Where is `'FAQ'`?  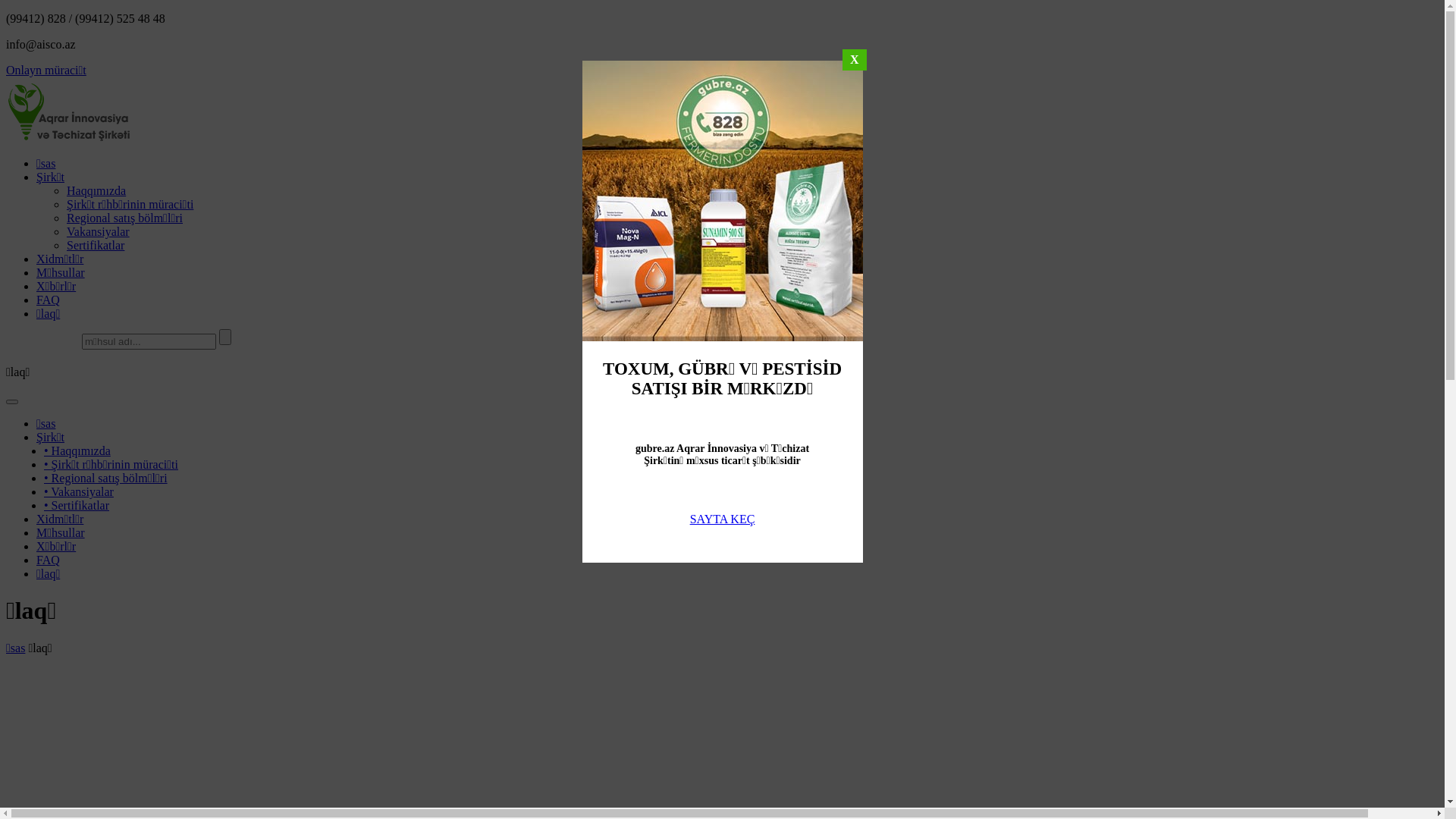 'FAQ' is located at coordinates (36, 560).